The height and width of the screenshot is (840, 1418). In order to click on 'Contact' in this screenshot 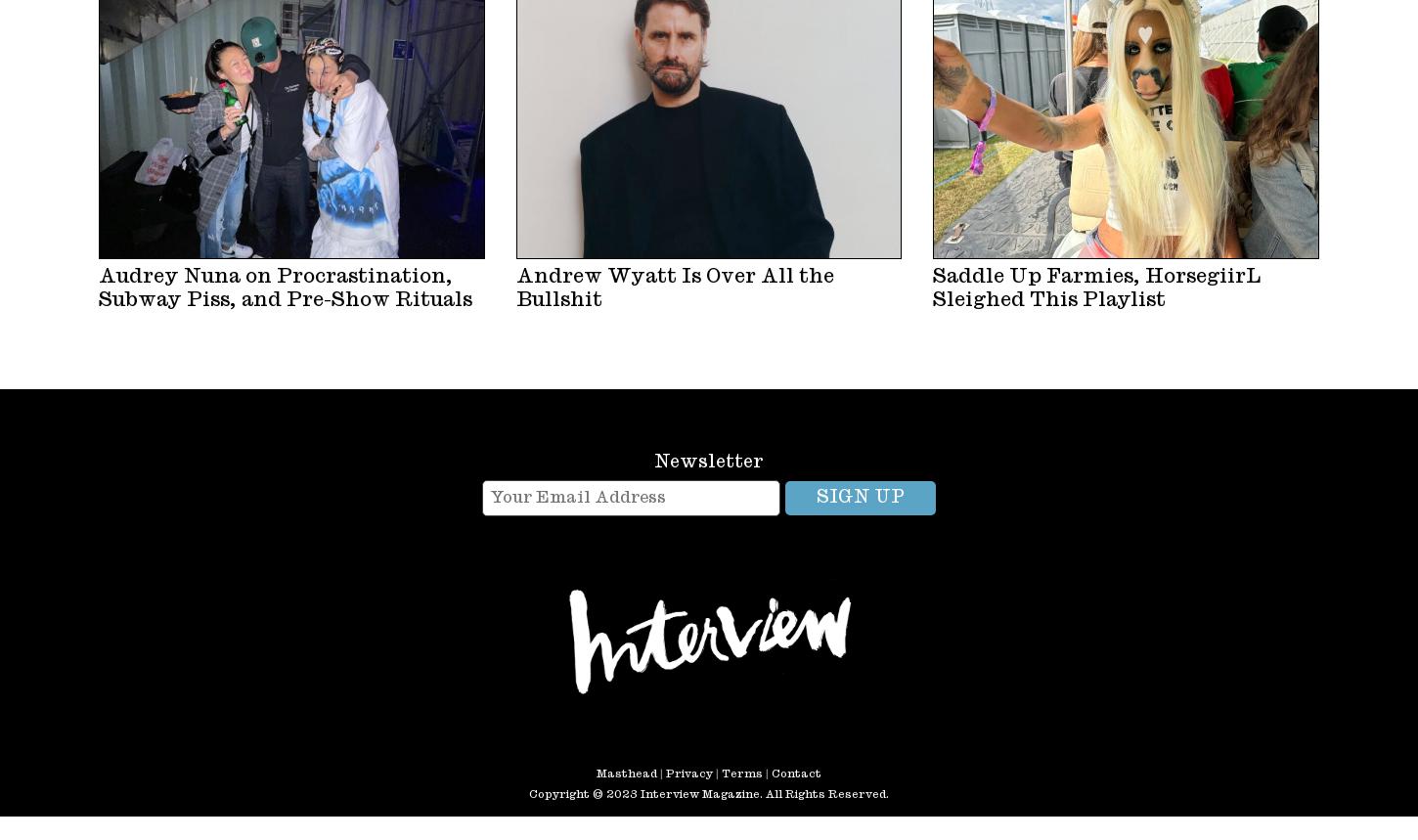, I will do `click(796, 773)`.